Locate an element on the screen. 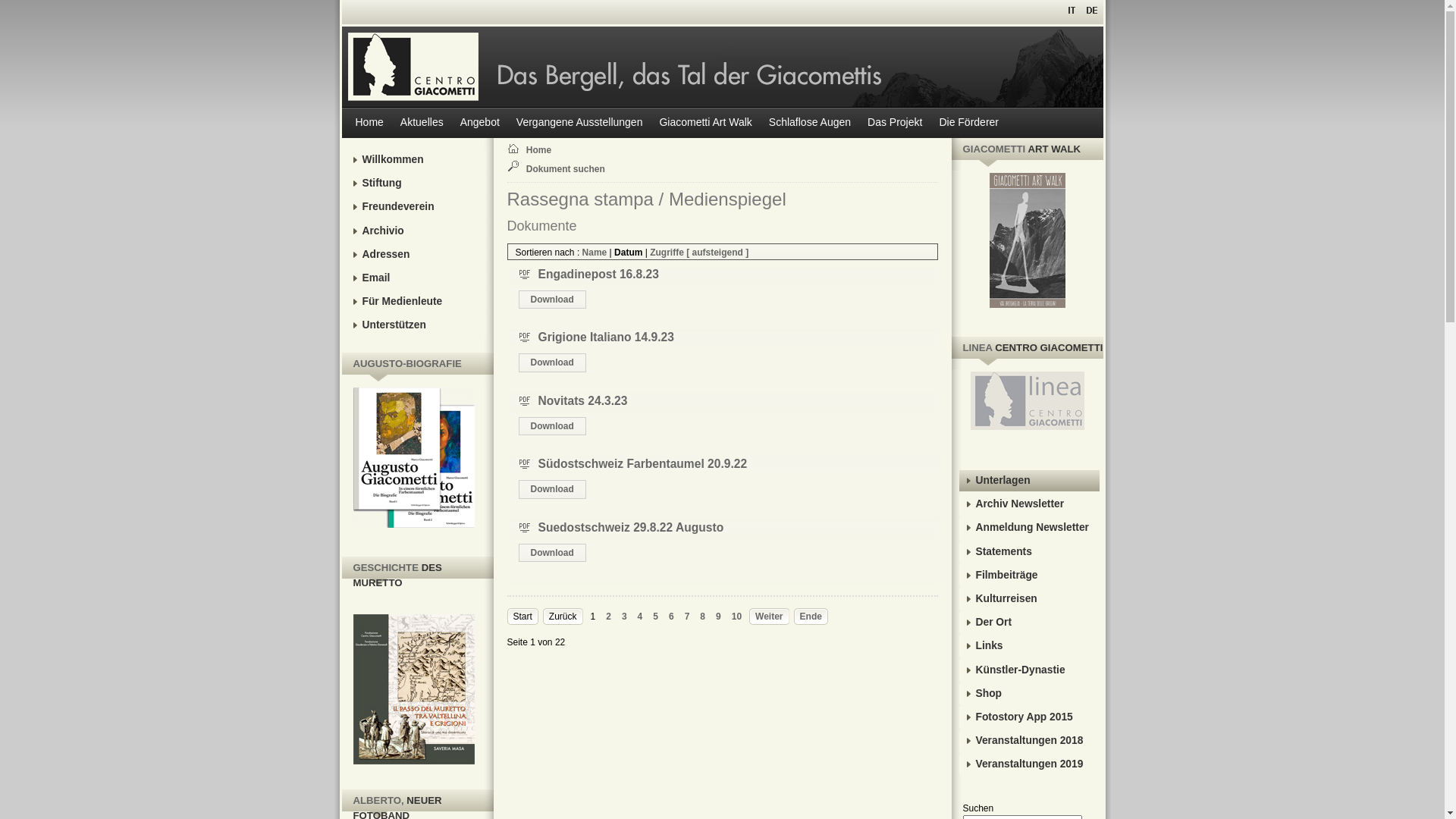 The width and height of the screenshot is (1456, 819). 'Vergangene Ausstellungen' is located at coordinates (509, 121).